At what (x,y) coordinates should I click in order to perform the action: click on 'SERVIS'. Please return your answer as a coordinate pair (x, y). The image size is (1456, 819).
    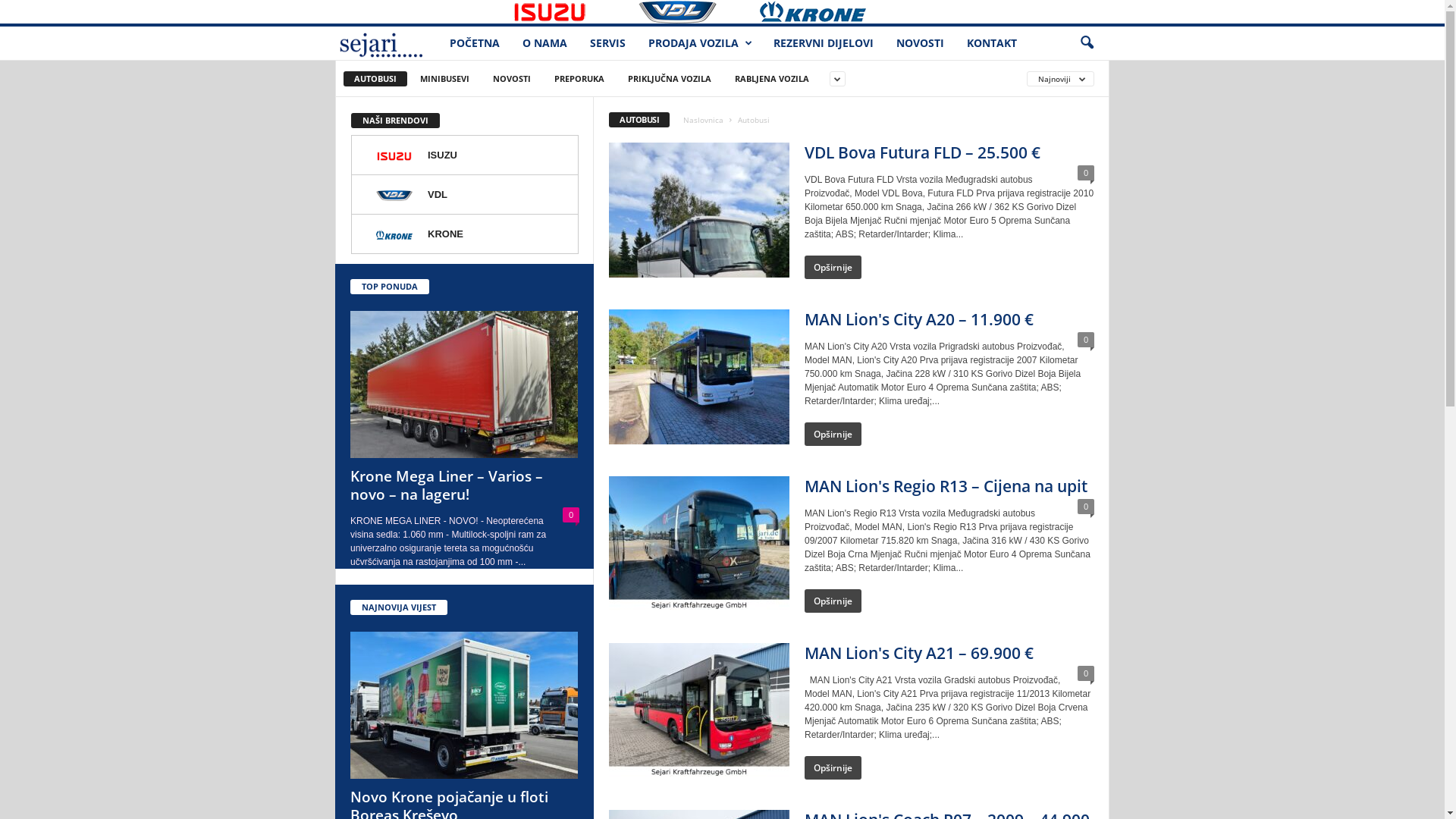
    Looking at the image, I should click on (607, 42).